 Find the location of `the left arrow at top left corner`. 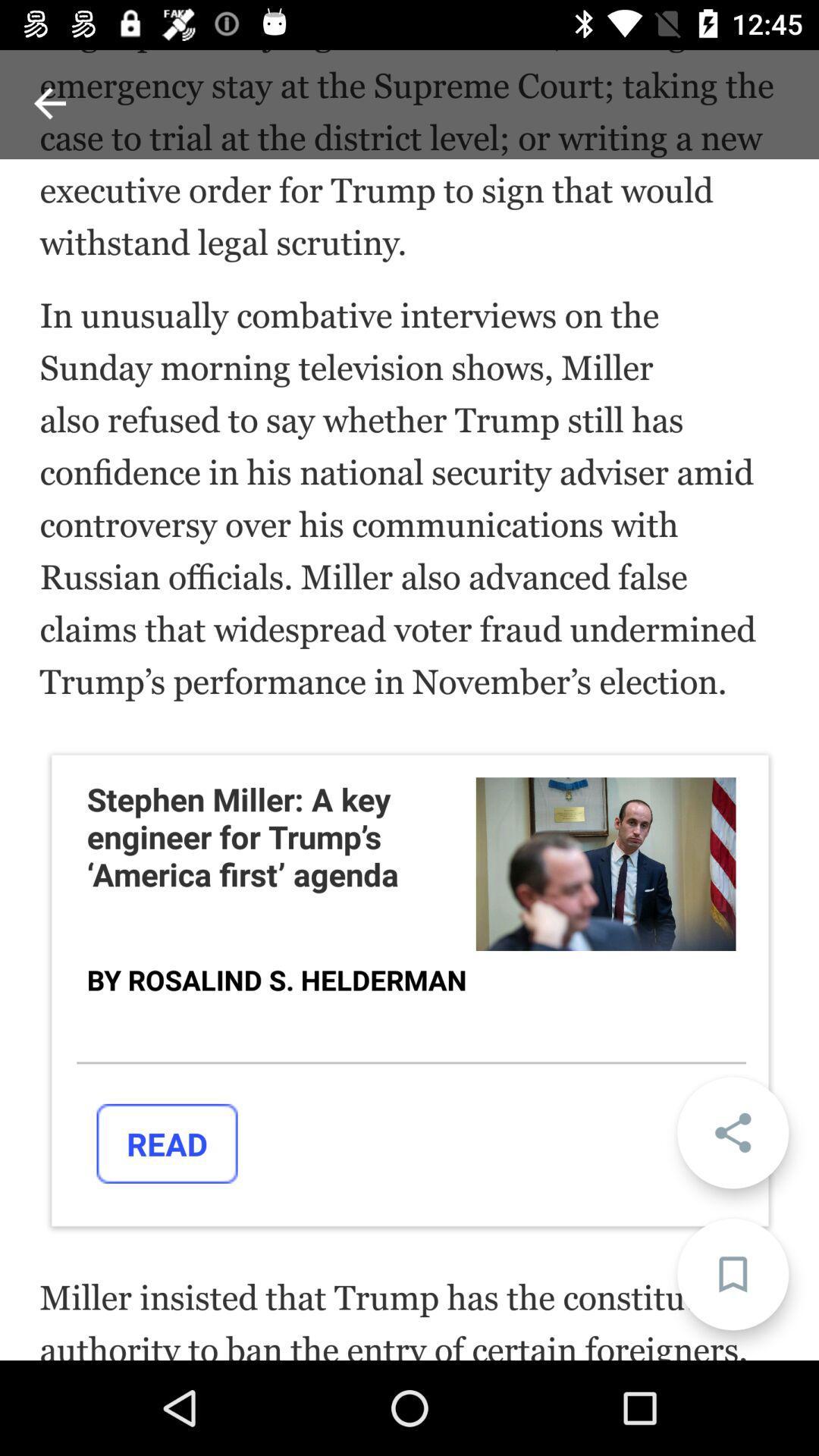

the left arrow at top left corner is located at coordinates (49, 102).